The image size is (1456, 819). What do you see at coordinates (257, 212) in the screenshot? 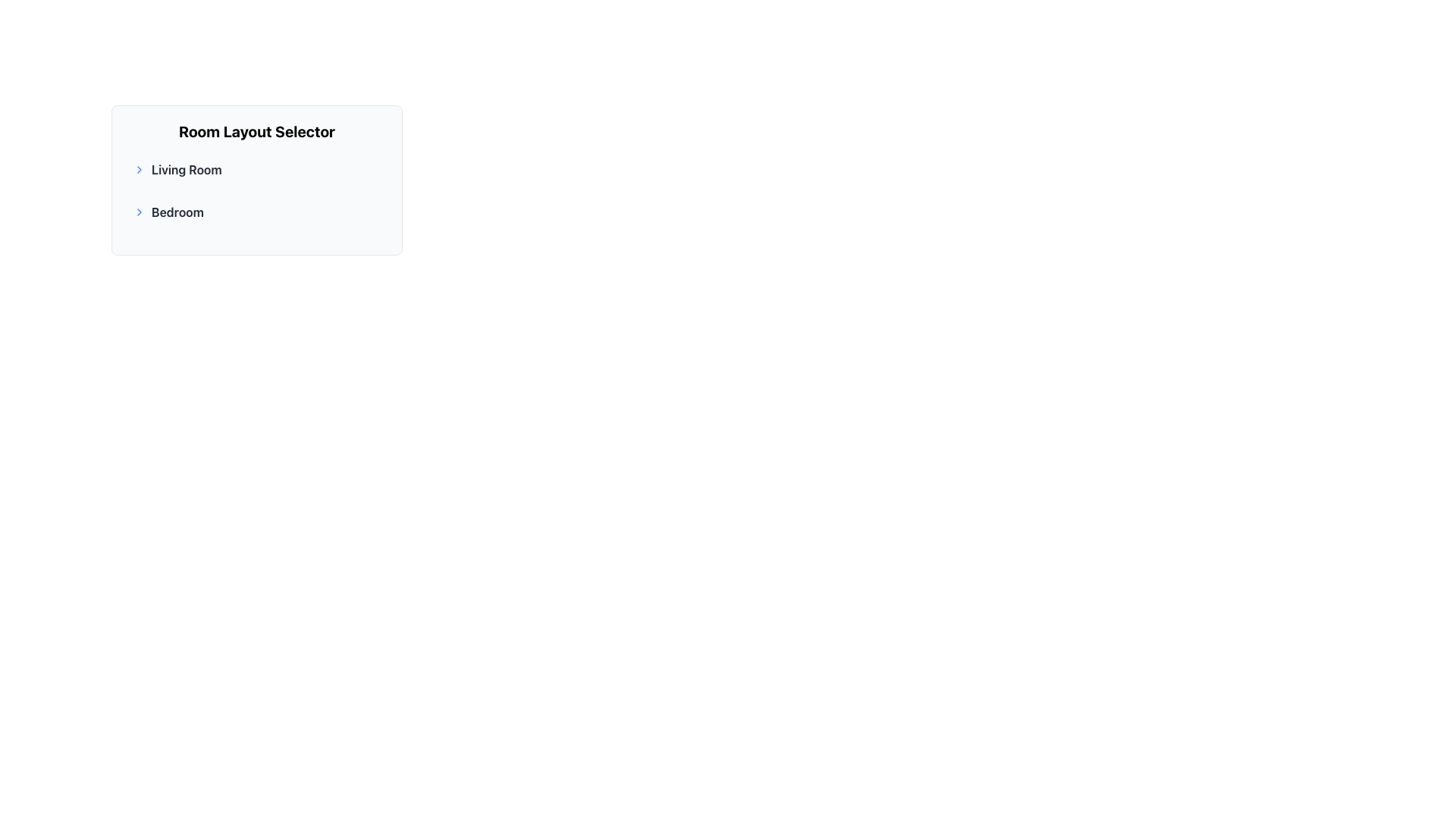
I see `the 'Bedroom' label located as the second item under the 'Room Layout Selector' section, directly below the 'Living Room' label by moving the cursor to it` at bounding box center [257, 212].